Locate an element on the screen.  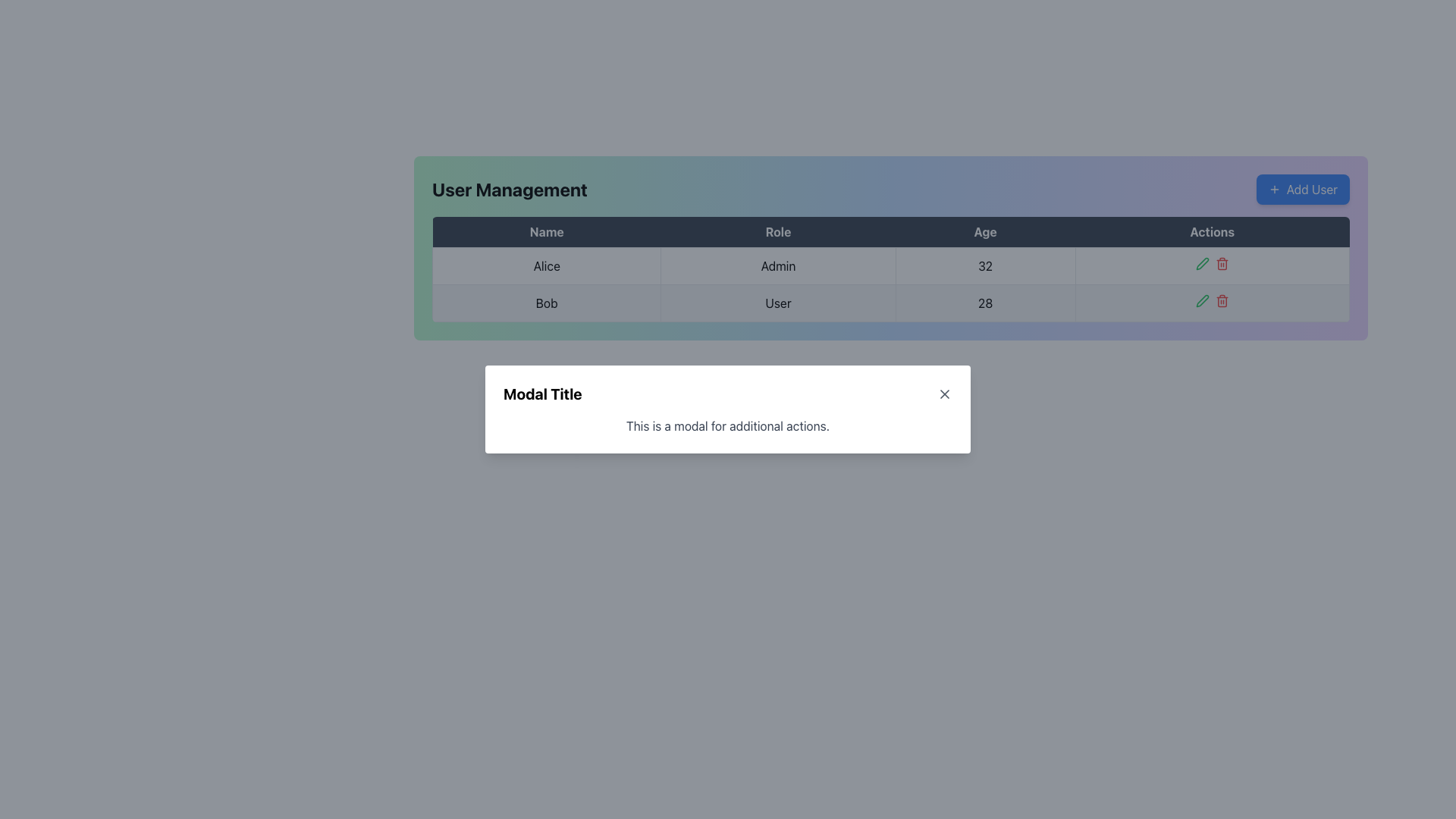
and interpret the textual content of the element displaying 'Alice' in the first column of the first data row under the 'Name' header in the User Management table is located at coordinates (546, 265).